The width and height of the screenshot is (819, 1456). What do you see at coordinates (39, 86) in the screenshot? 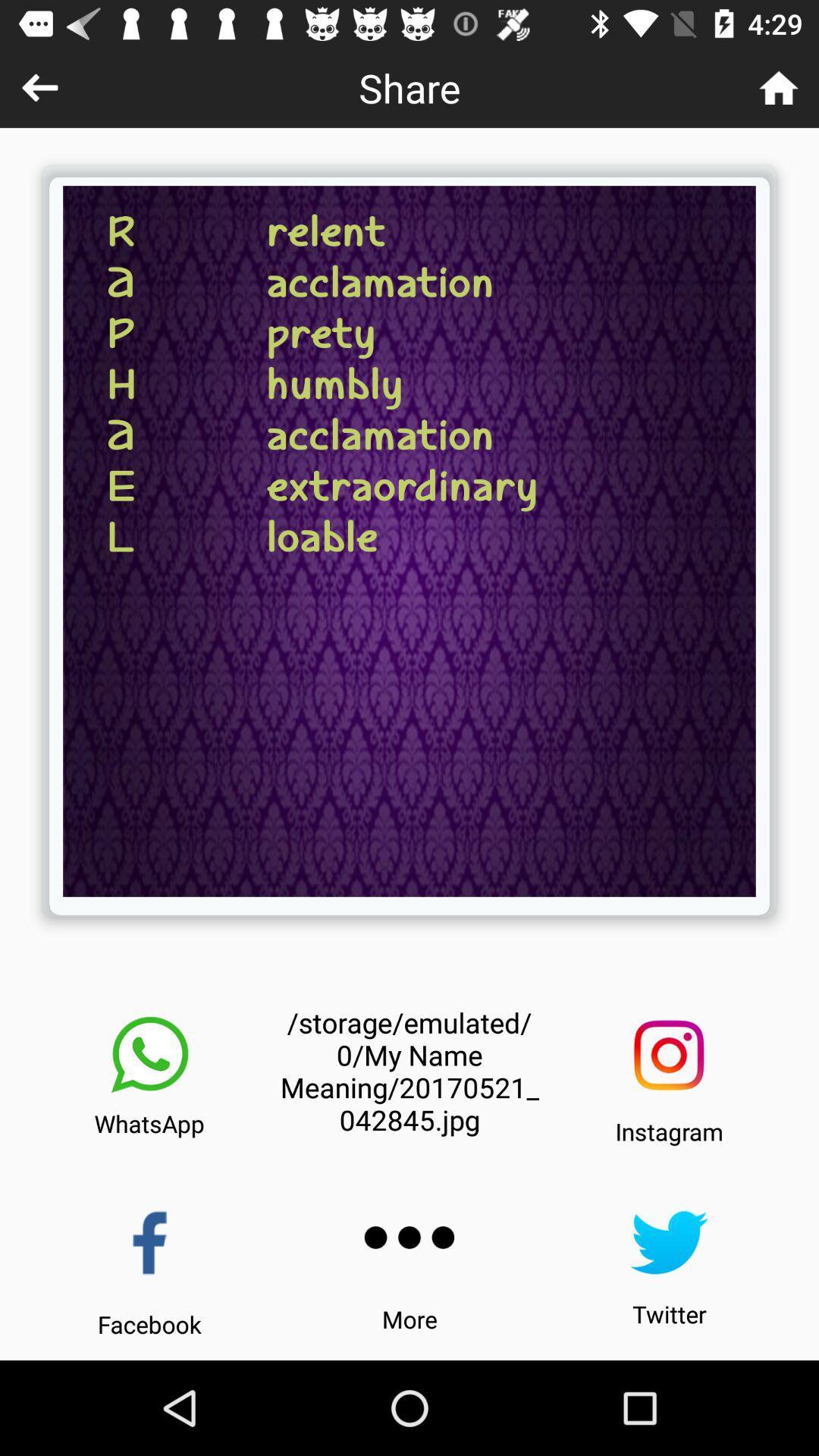
I see `previous screen` at bounding box center [39, 86].